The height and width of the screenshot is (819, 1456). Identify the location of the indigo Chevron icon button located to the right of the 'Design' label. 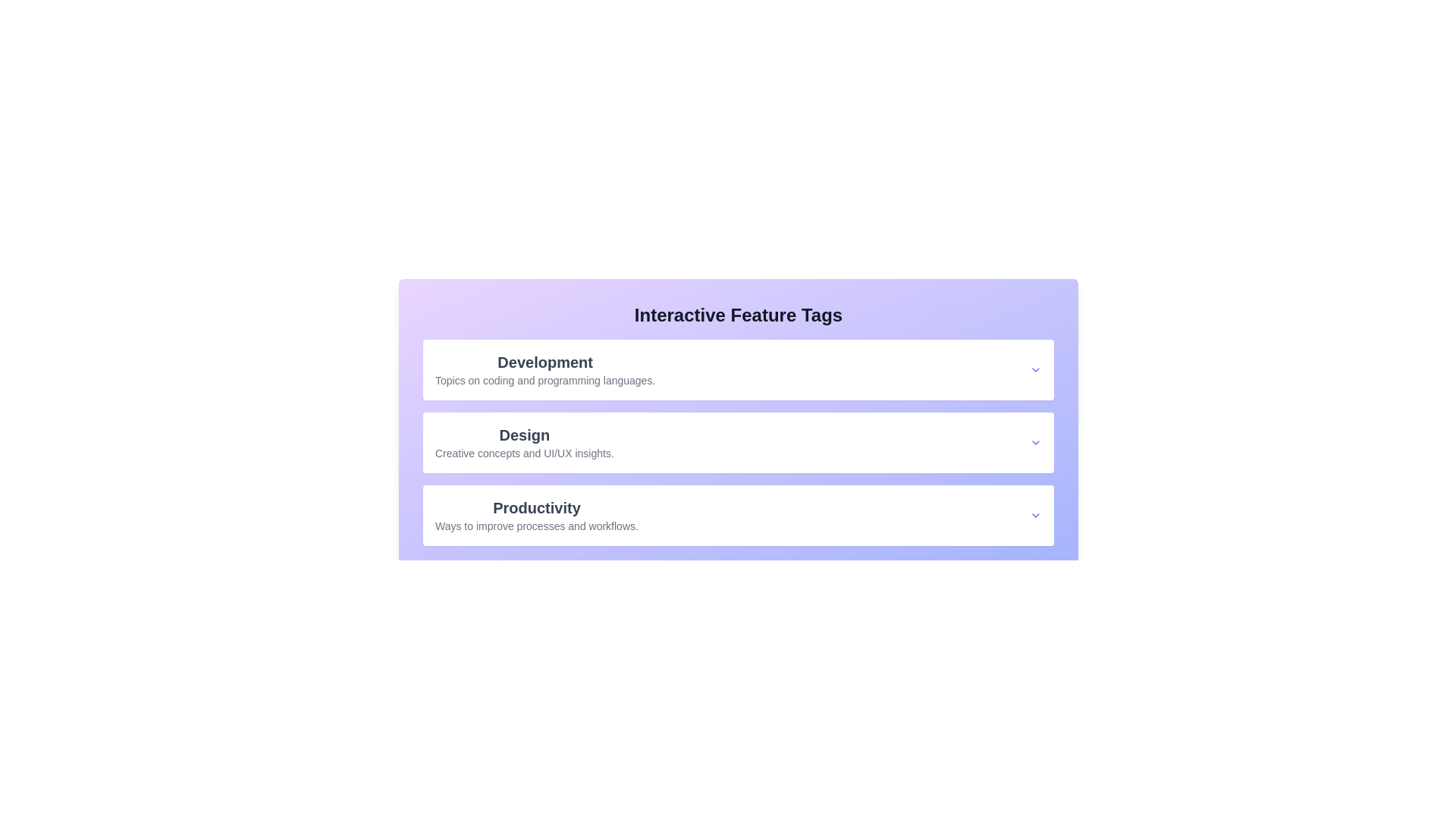
(1035, 442).